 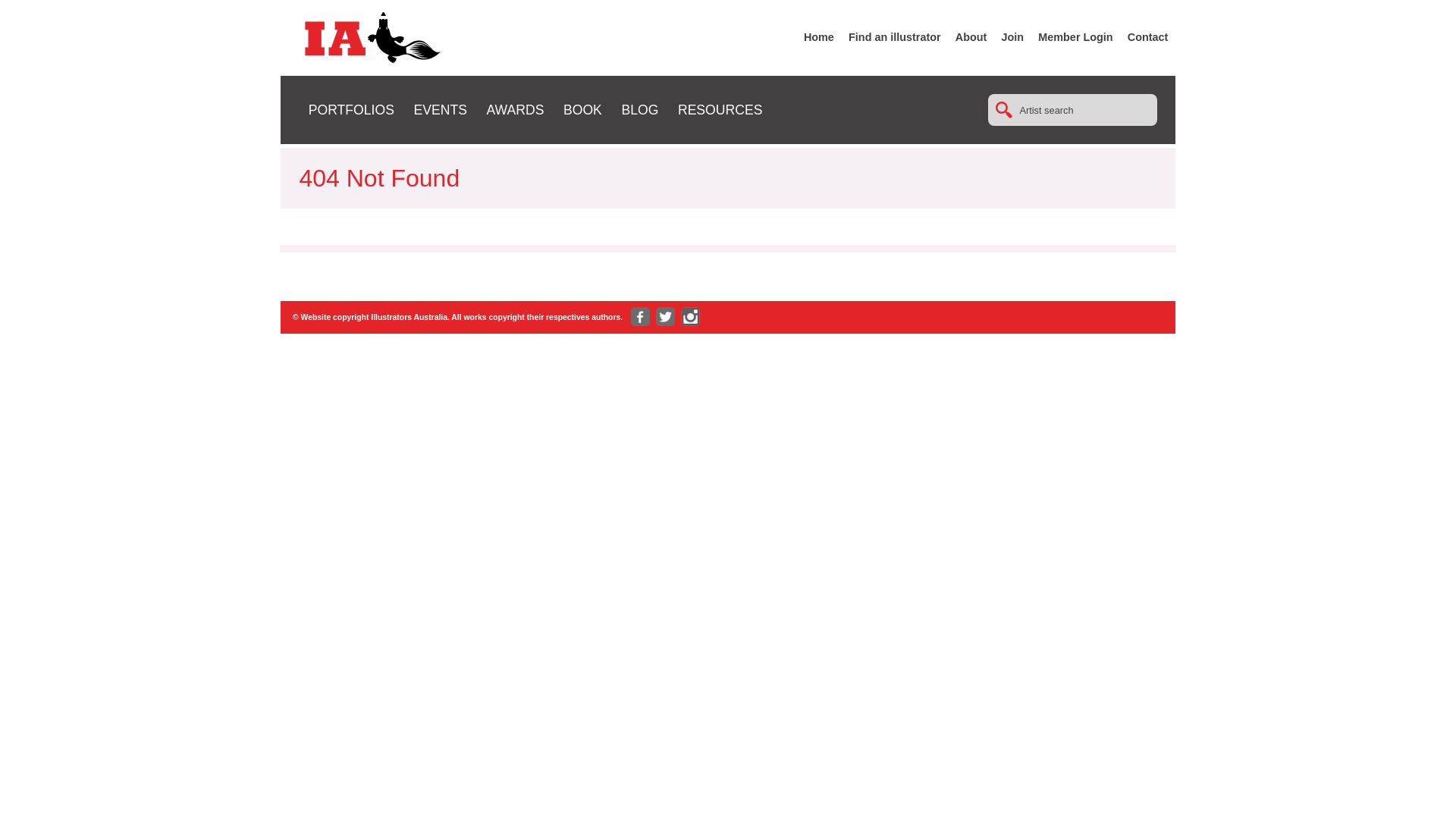 I want to click on 'About', so click(x=971, y=36).